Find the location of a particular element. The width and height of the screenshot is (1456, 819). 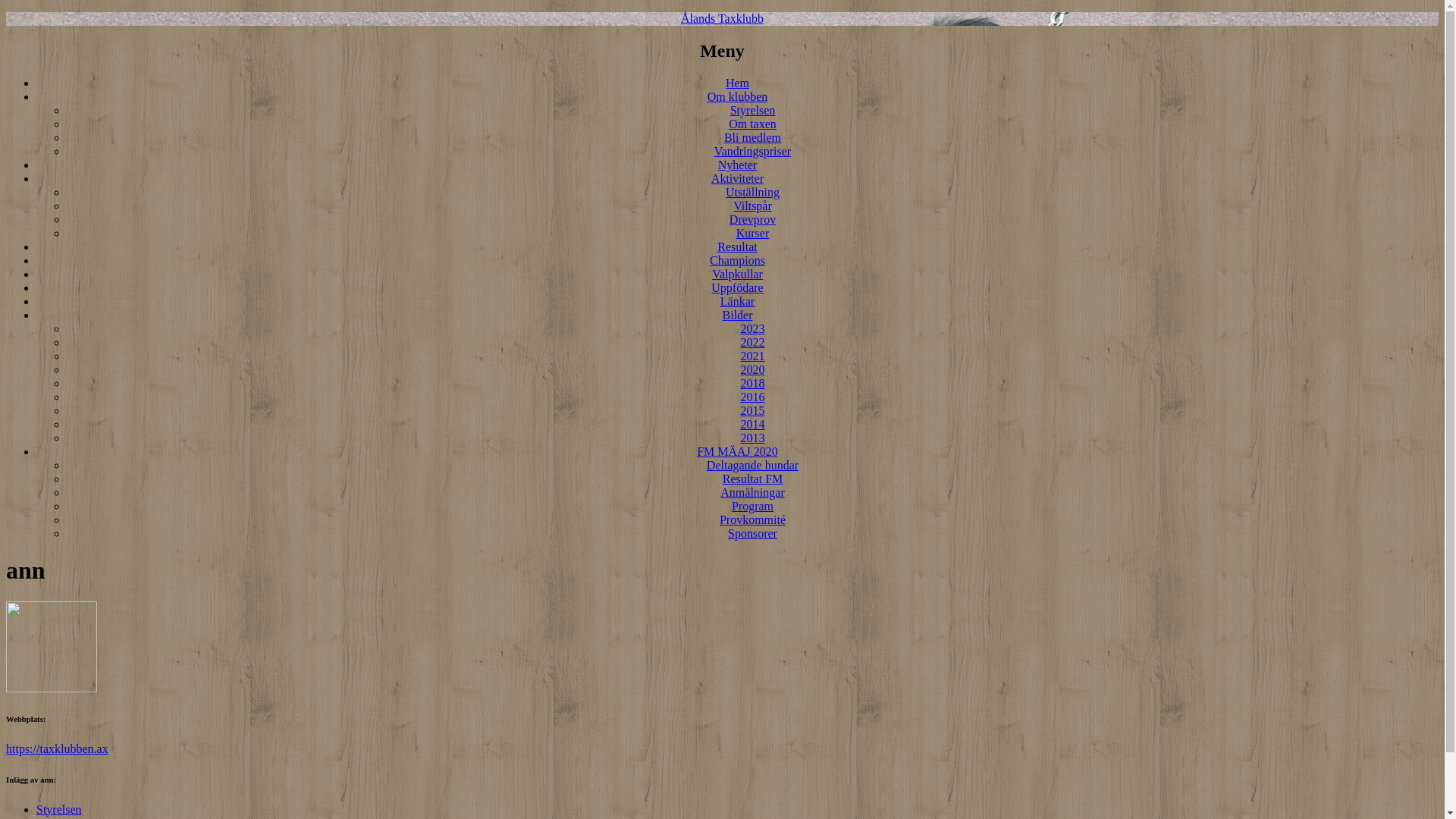

'2023' is located at coordinates (752, 328).